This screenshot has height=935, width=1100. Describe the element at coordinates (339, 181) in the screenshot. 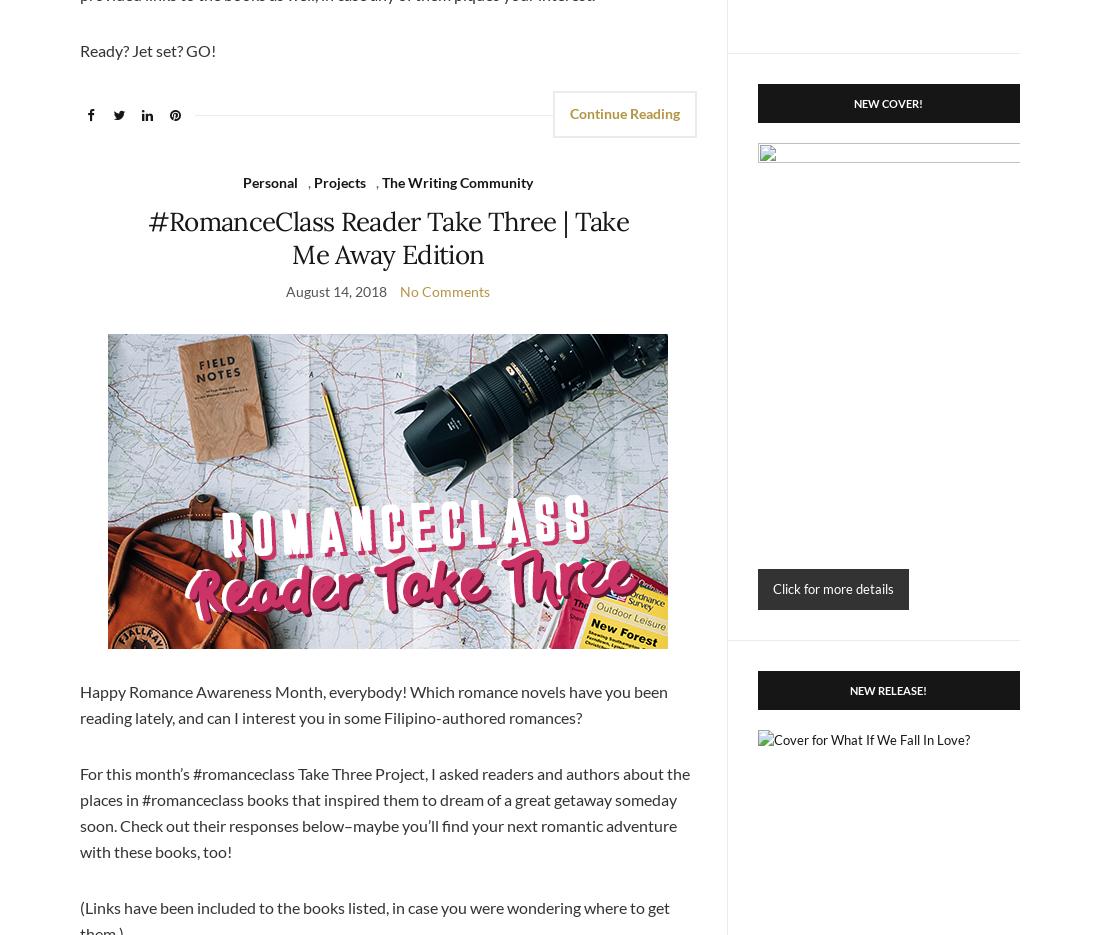

I see `'Projects'` at that location.